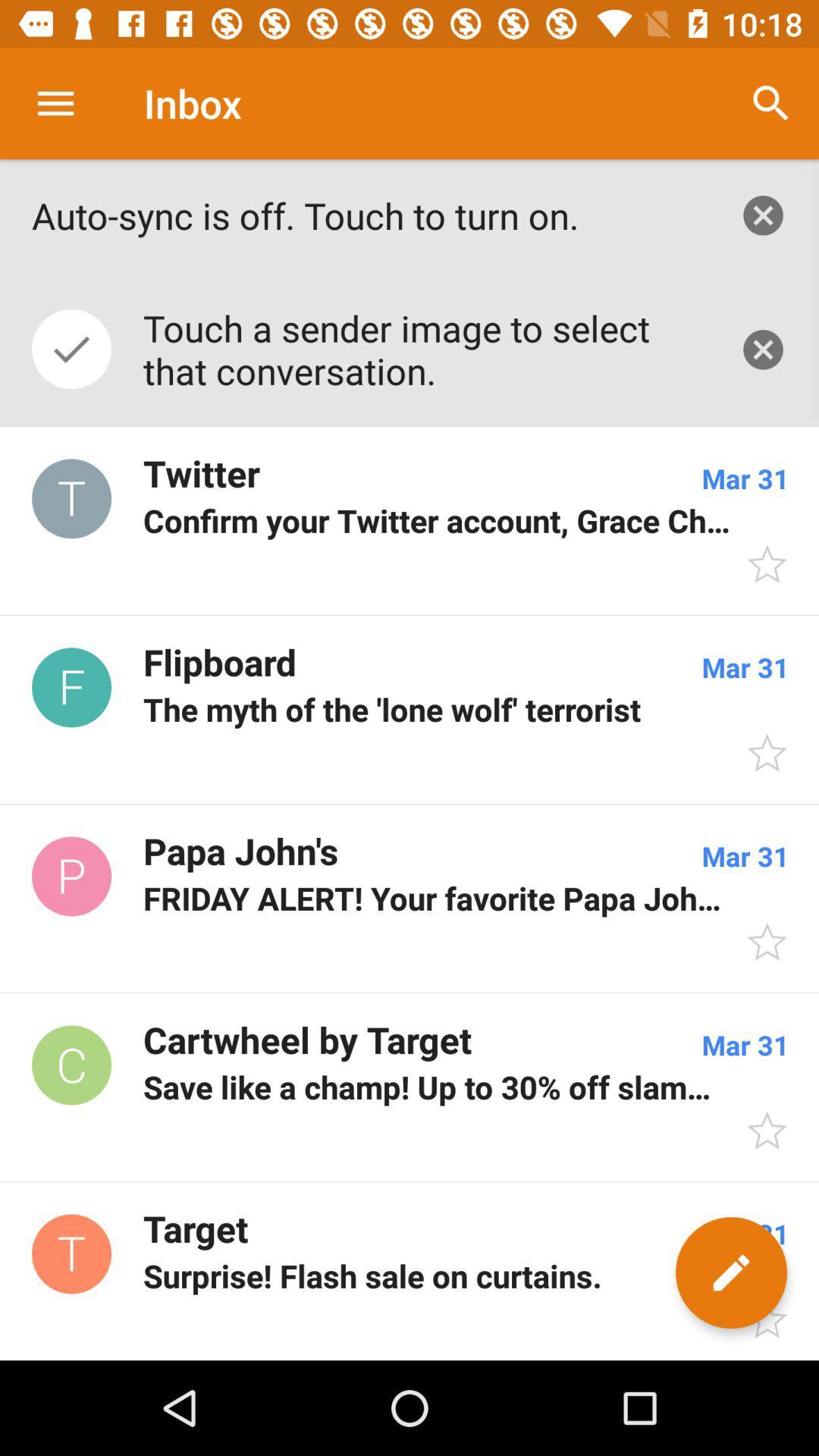 This screenshot has height=1456, width=819. Describe the element at coordinates (55, 102) in the screenshot. I see `icon above the auto sync is` at that location.